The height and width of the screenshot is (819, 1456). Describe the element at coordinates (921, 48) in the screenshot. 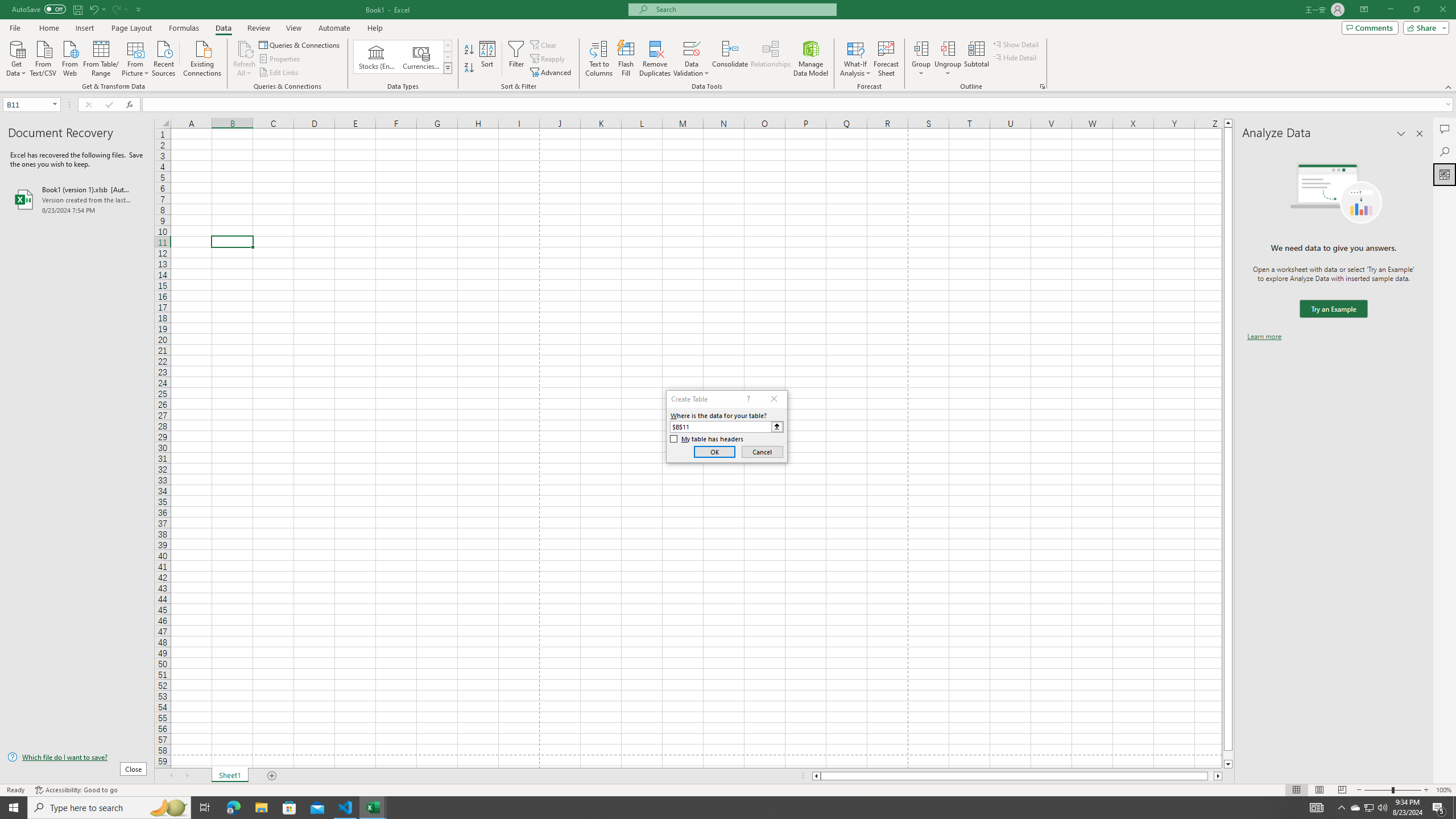

I see `'Group...'` at that location.